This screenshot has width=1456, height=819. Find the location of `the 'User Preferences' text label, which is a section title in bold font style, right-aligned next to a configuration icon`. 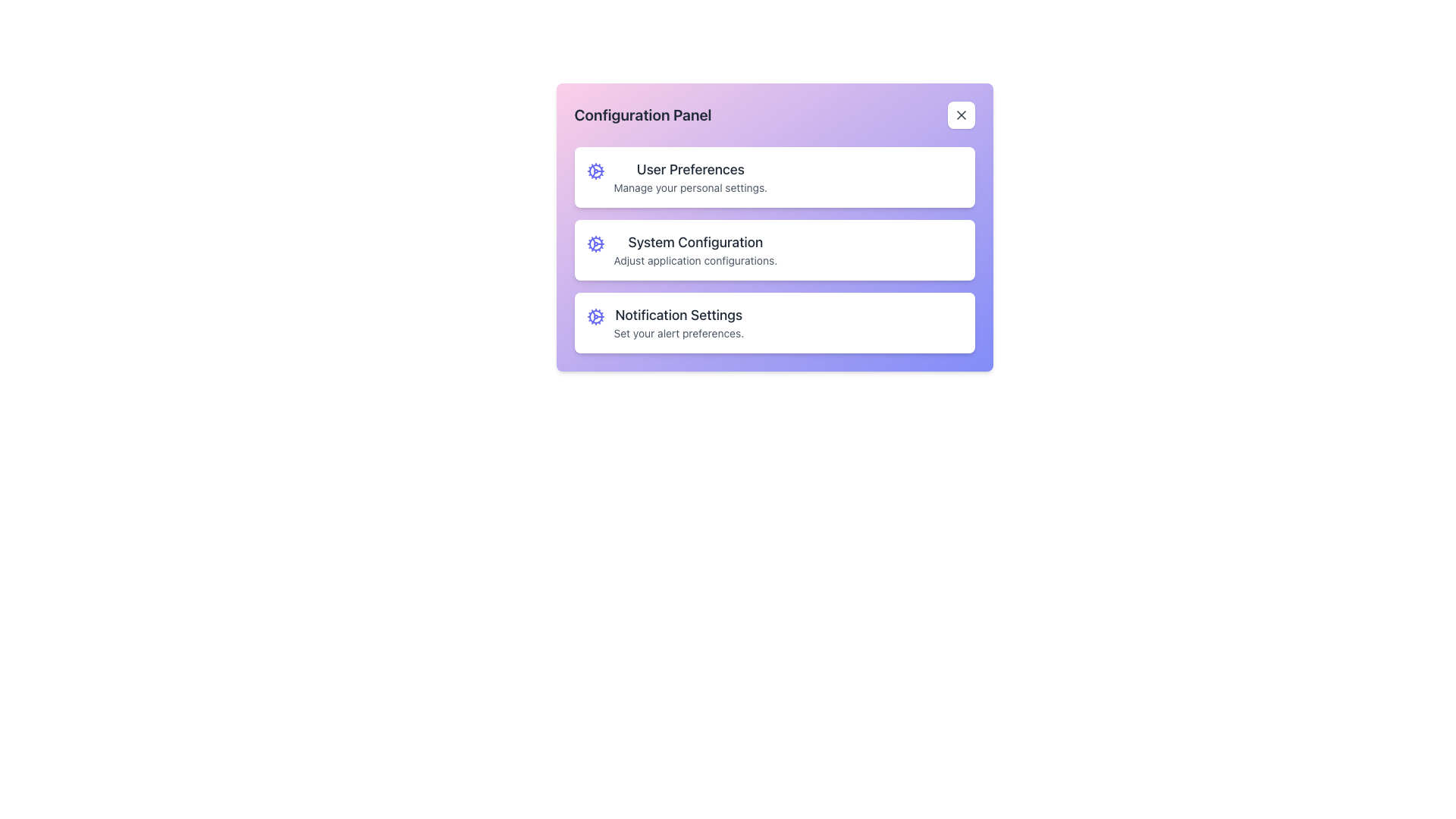

the 'User Preferences' text label, which is a section title in bold font style, right-aligned next to a configuration icon is located at coordinates (689, 169).